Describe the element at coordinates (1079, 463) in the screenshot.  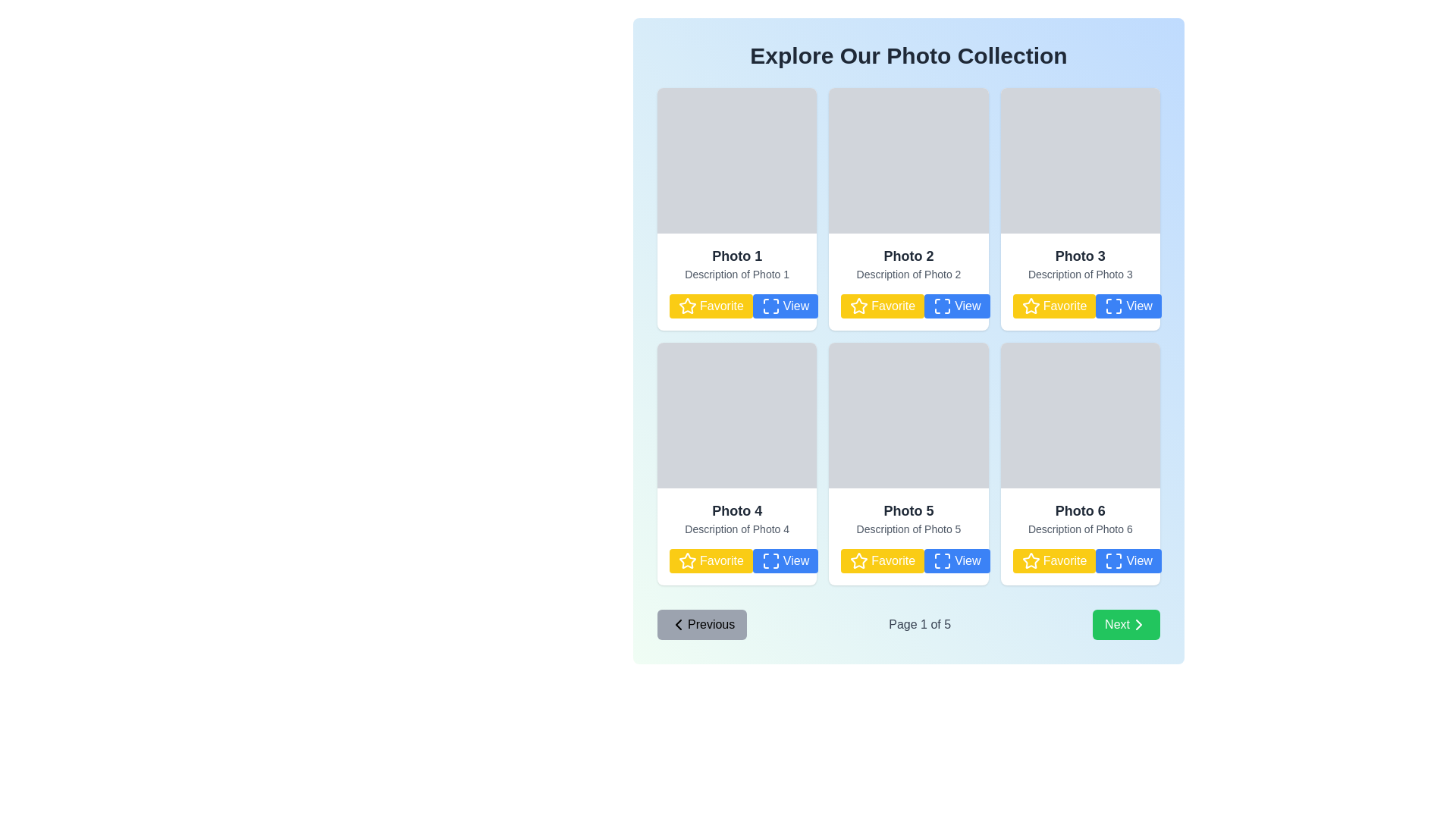
I see `the 'View' button on the sixth gallery item card located in the bottom-right position of the grid layout` at that location.